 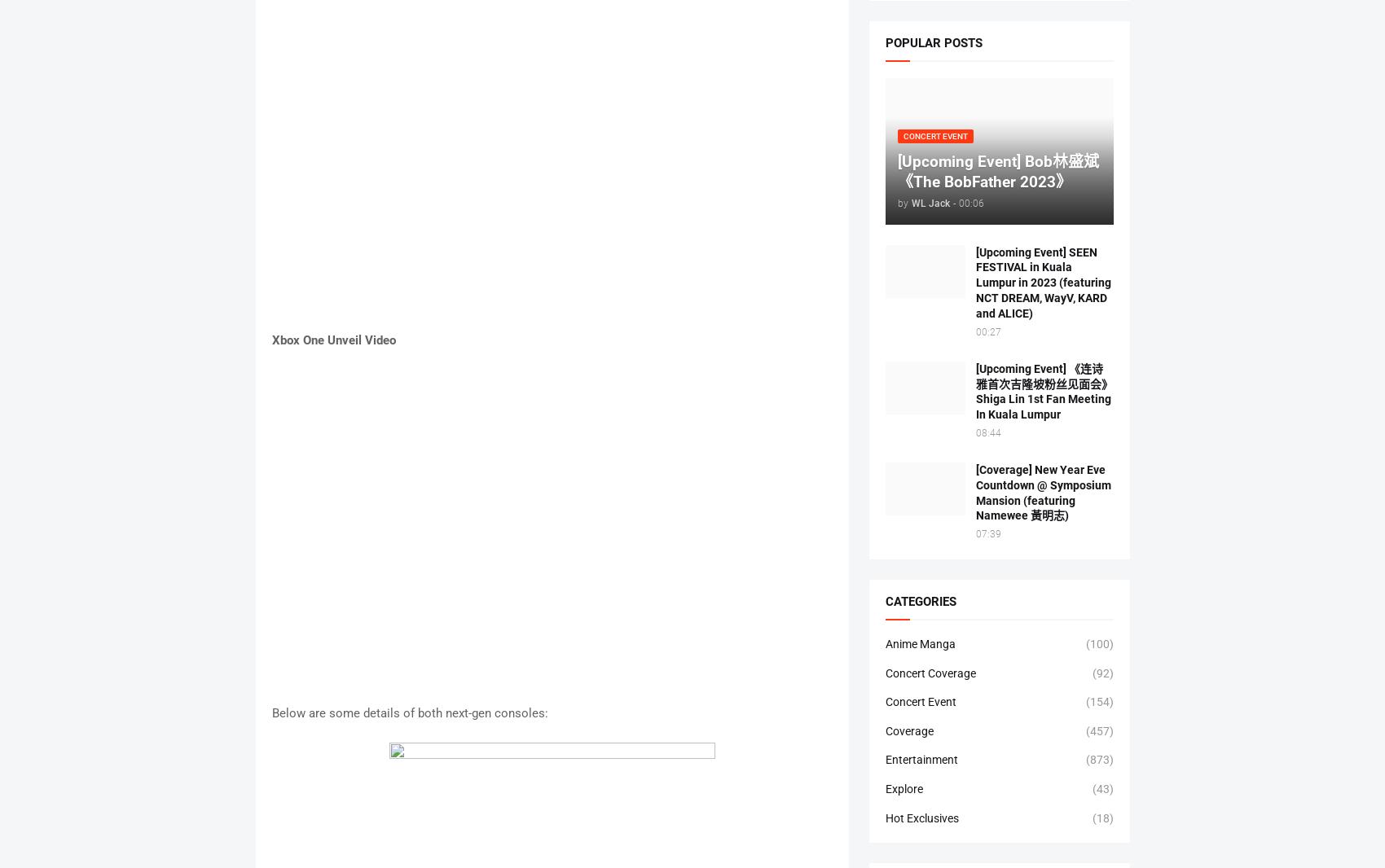 What do you see at coordinates (1098, 759) in the screenshot?
I see `'(873)'` at bounding box center [1098, 759].